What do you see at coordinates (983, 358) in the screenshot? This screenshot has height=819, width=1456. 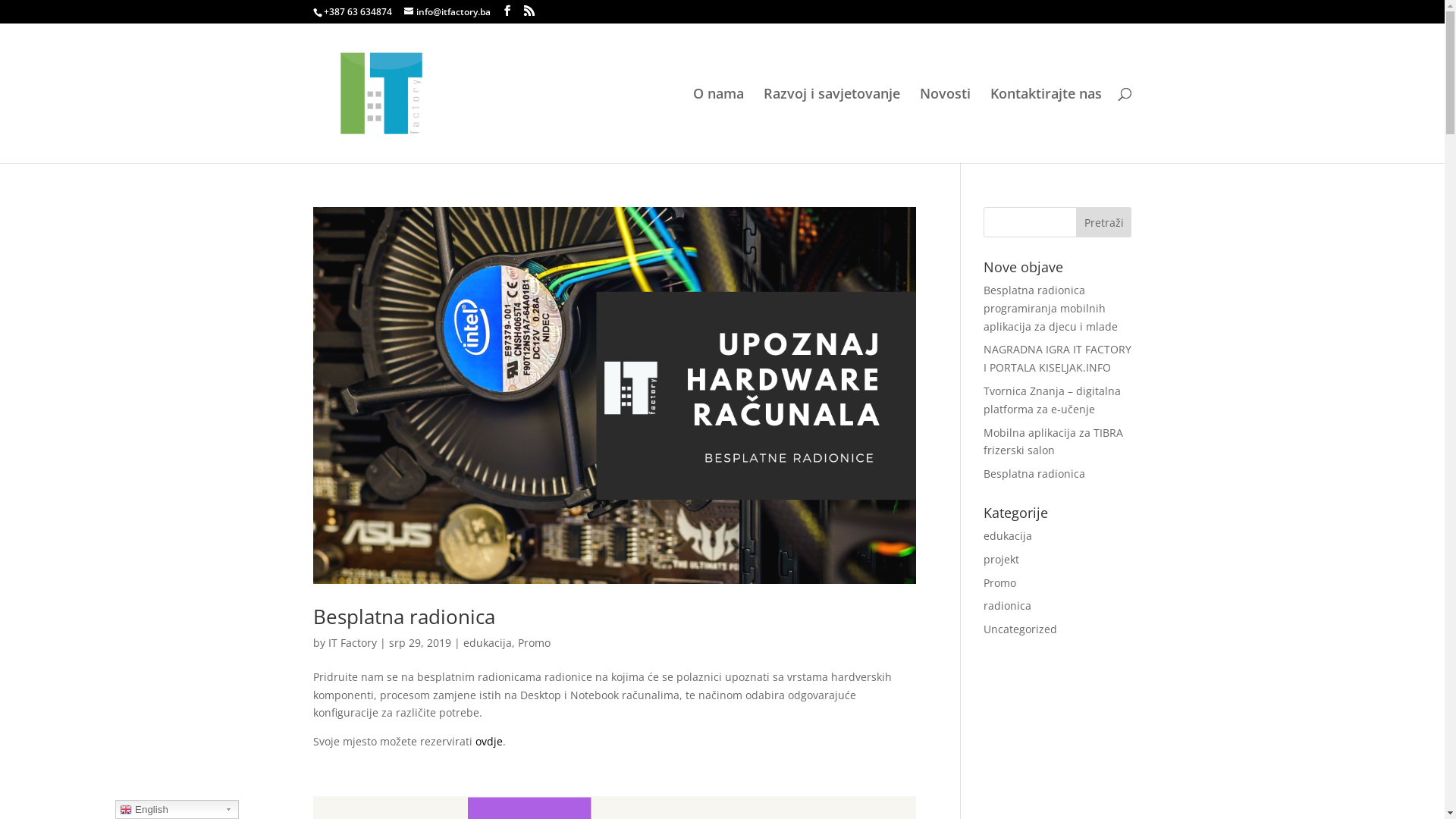 I see `'NAGRADNA IGRA IT FACTORY I PORTALA KISELJAK.INFO'` at bounding box center [983, 358].